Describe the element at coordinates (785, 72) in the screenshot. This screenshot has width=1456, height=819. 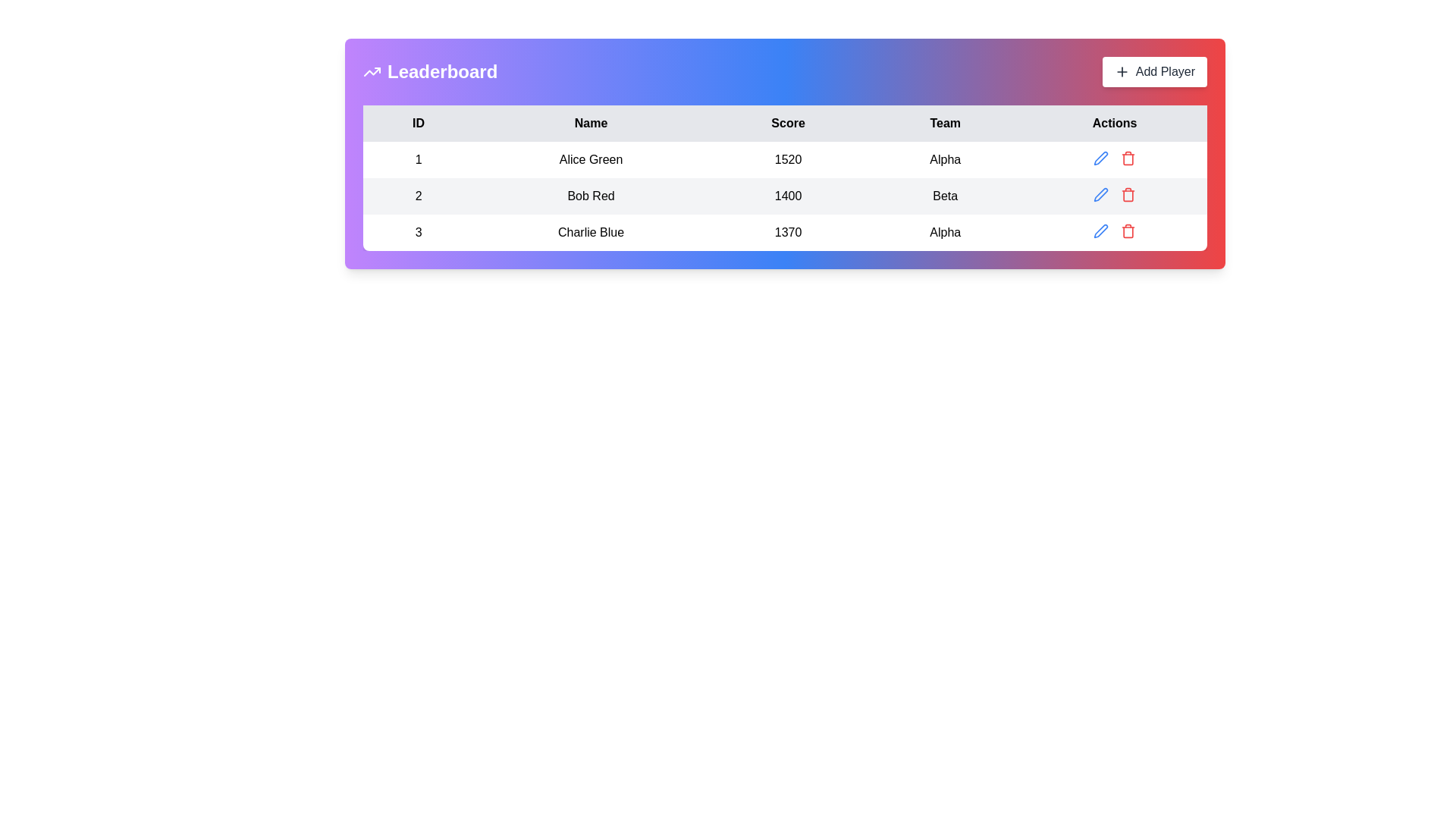
I see `the 'Leaderboard' section header with the 'Add Player' button using keyboard focus` at that location.